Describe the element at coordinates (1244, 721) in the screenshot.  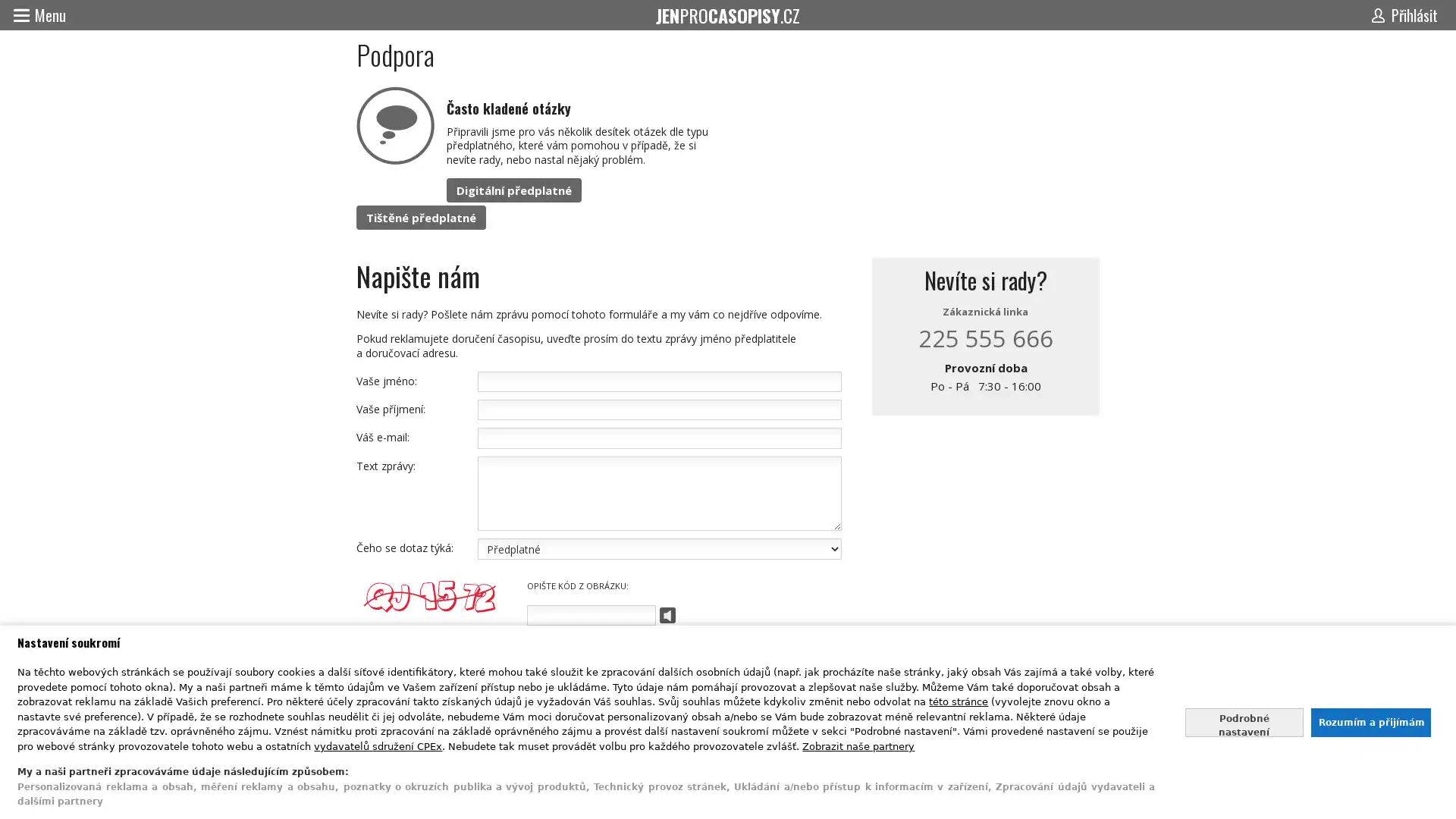
I see `Nastavte sve souhlasy` at that location.